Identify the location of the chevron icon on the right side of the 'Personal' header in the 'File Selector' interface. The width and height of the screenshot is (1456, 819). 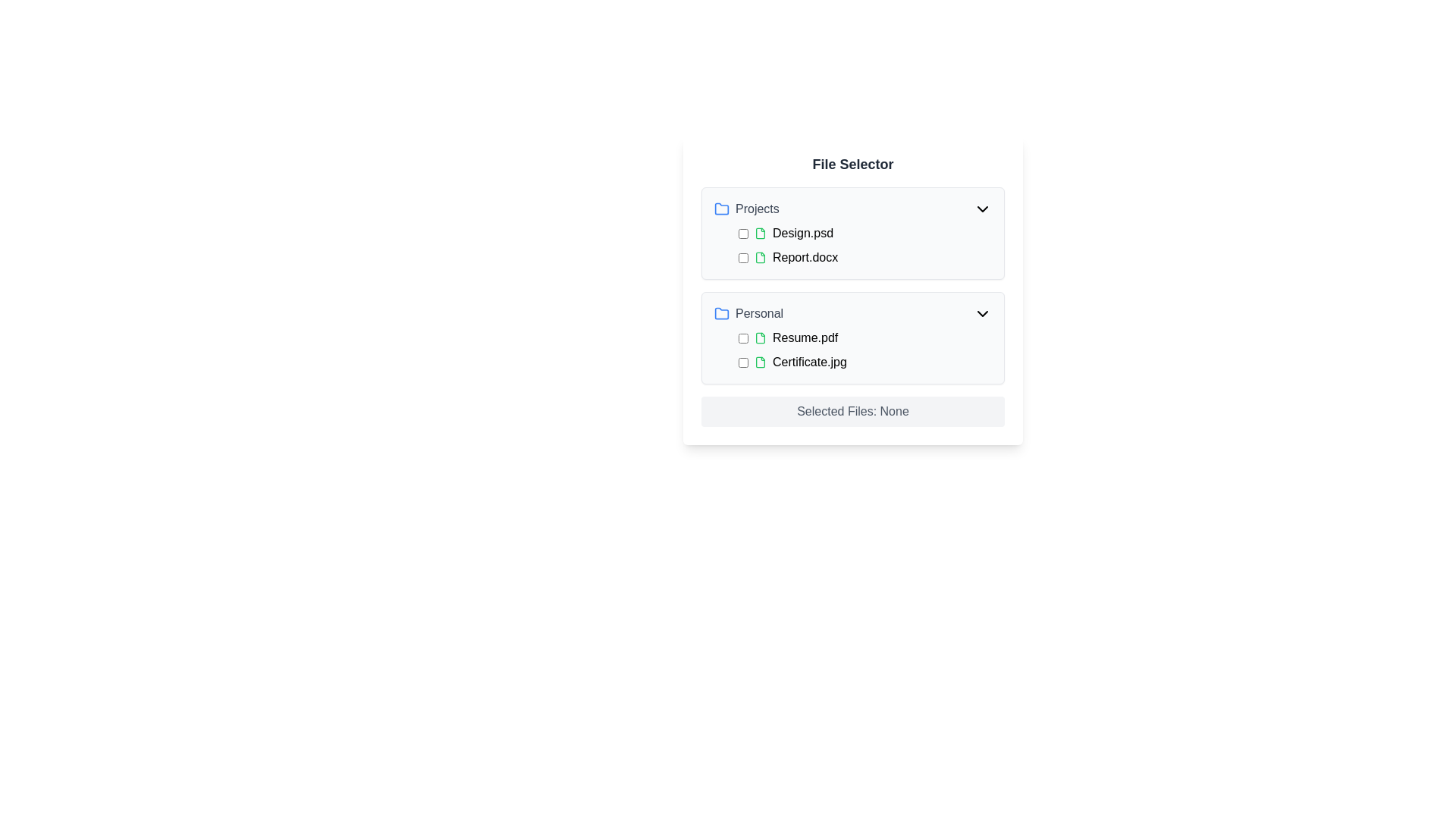
(983, 312).